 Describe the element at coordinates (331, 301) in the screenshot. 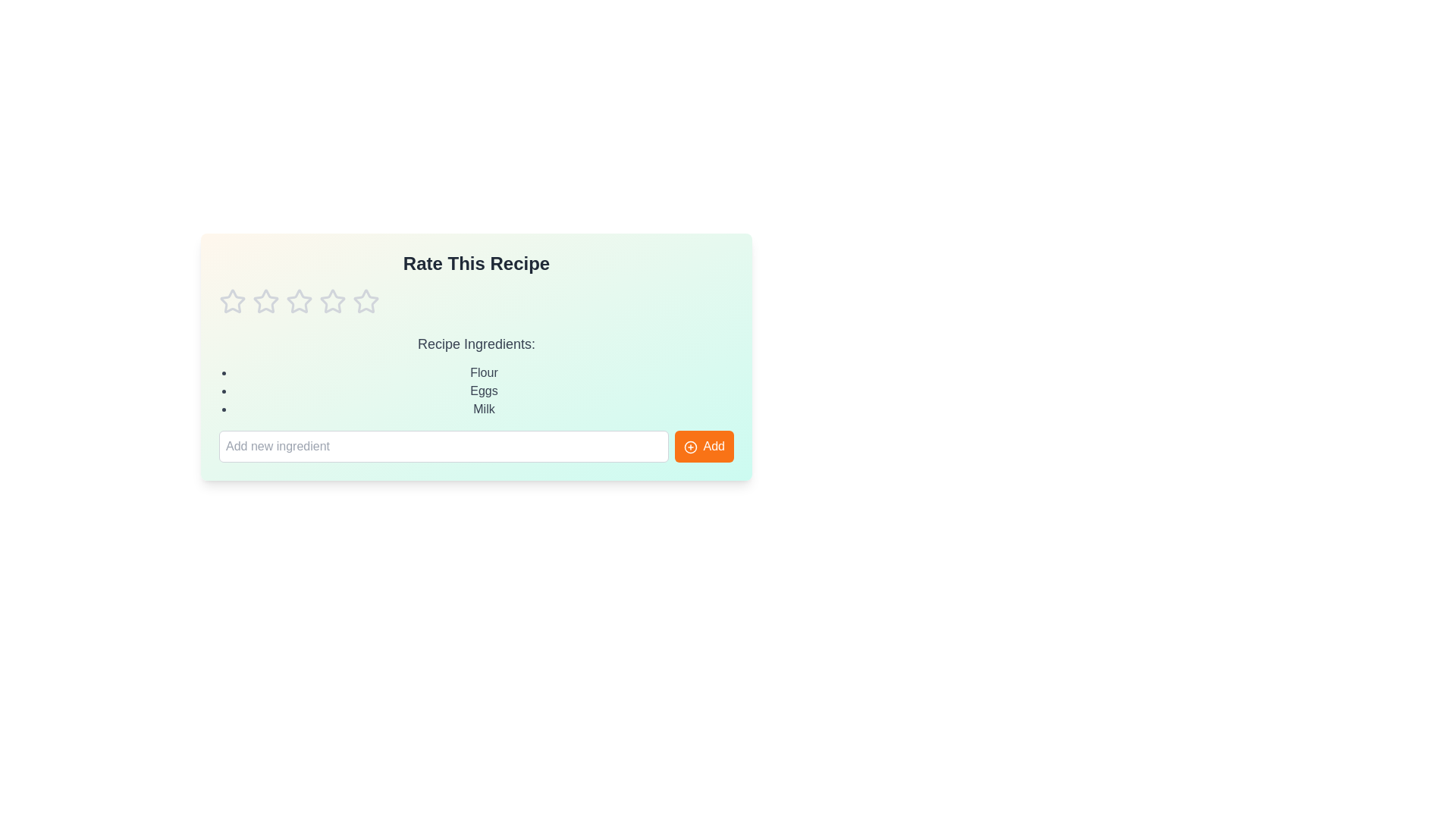

I see `the star corresponding to 4 stars to preview the rating` at that location.